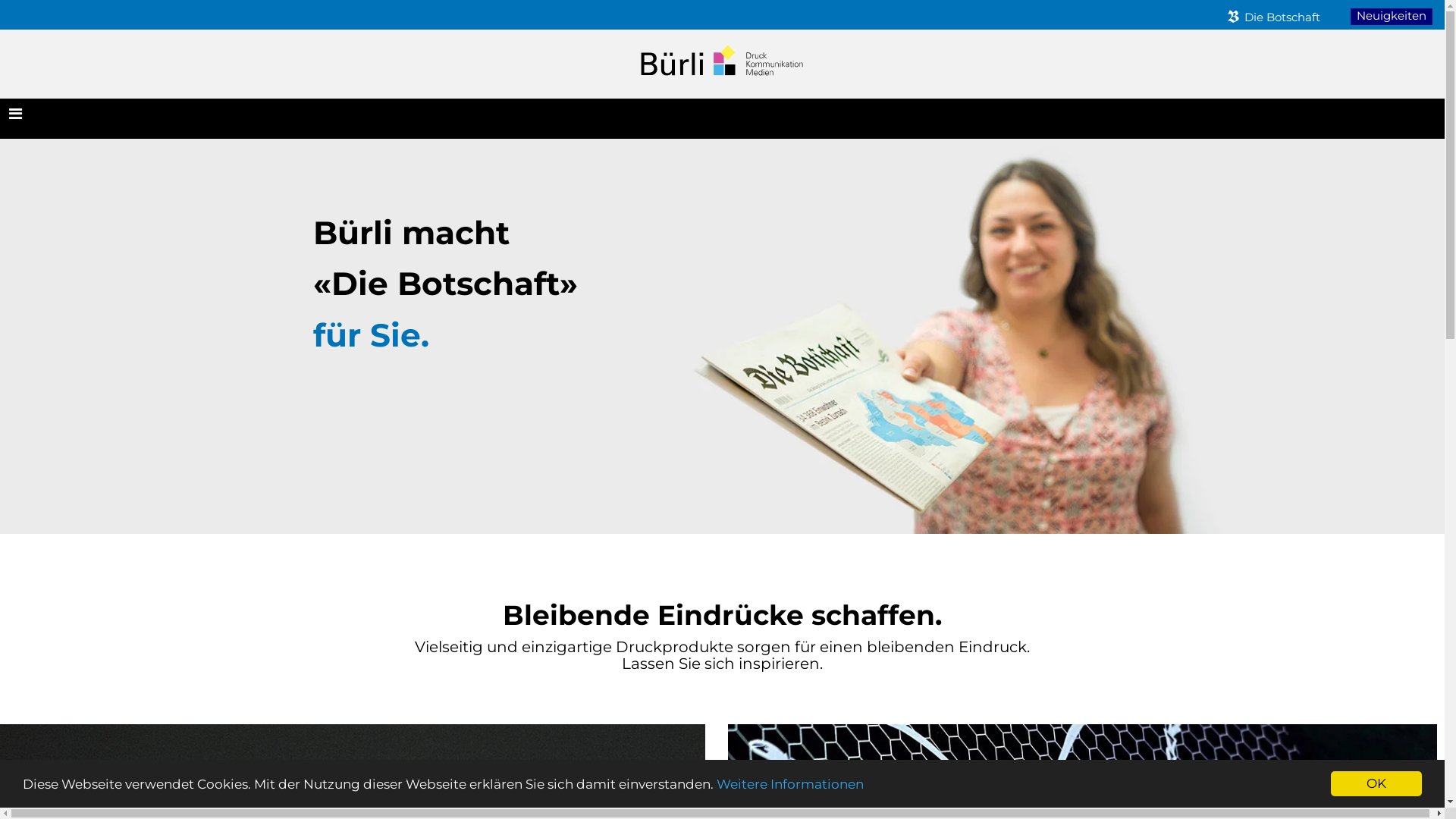 The height and width of the screenshot is (819, 1456). What do you see at coordinates (1391, 17) in the screenshot?
I see `'Neuigkeiten'` at bounding box center [1391, 17].